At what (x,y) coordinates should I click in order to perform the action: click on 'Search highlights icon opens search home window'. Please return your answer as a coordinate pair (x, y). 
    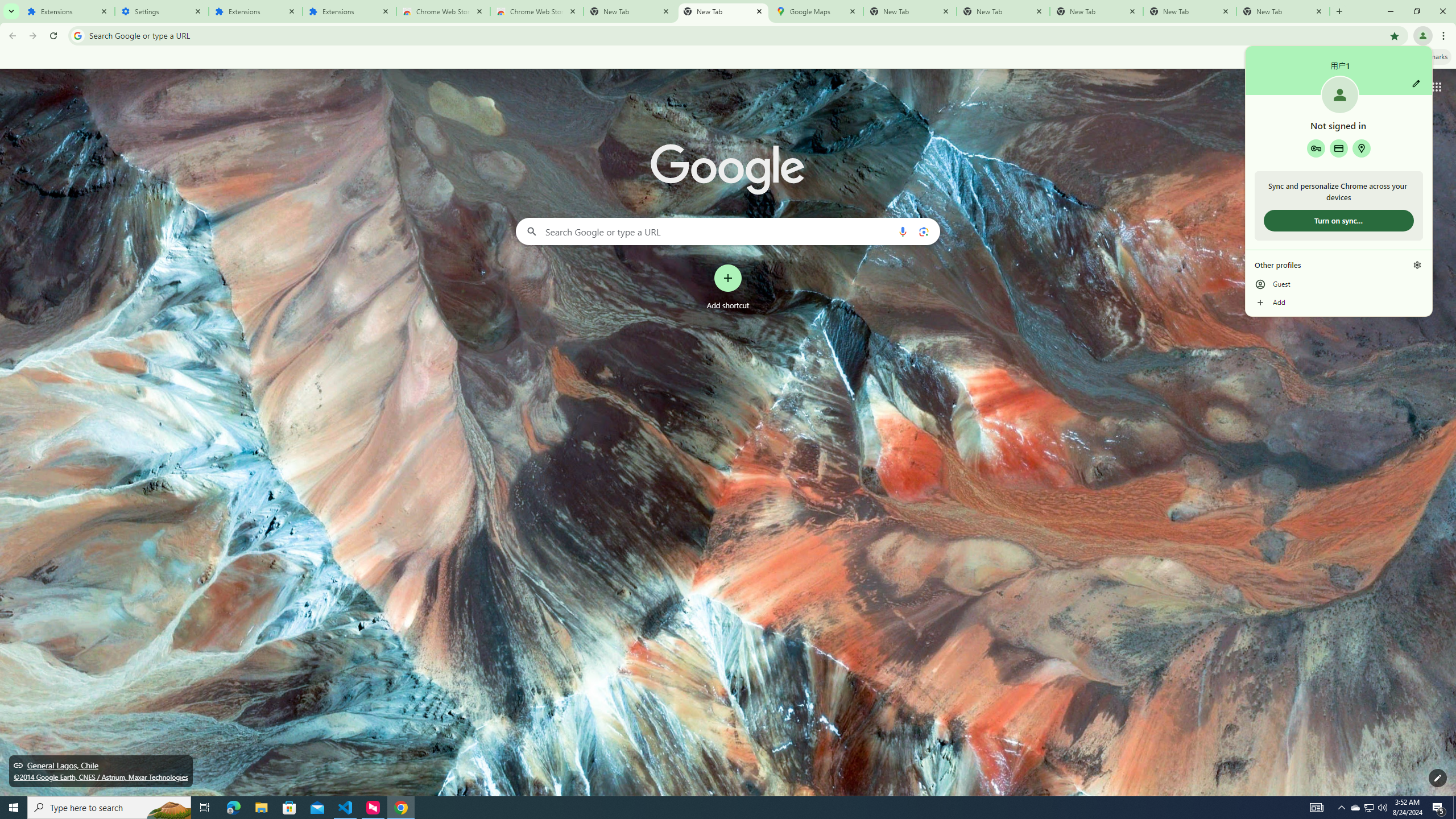
    Looking at the image, I should click on (167, 806).